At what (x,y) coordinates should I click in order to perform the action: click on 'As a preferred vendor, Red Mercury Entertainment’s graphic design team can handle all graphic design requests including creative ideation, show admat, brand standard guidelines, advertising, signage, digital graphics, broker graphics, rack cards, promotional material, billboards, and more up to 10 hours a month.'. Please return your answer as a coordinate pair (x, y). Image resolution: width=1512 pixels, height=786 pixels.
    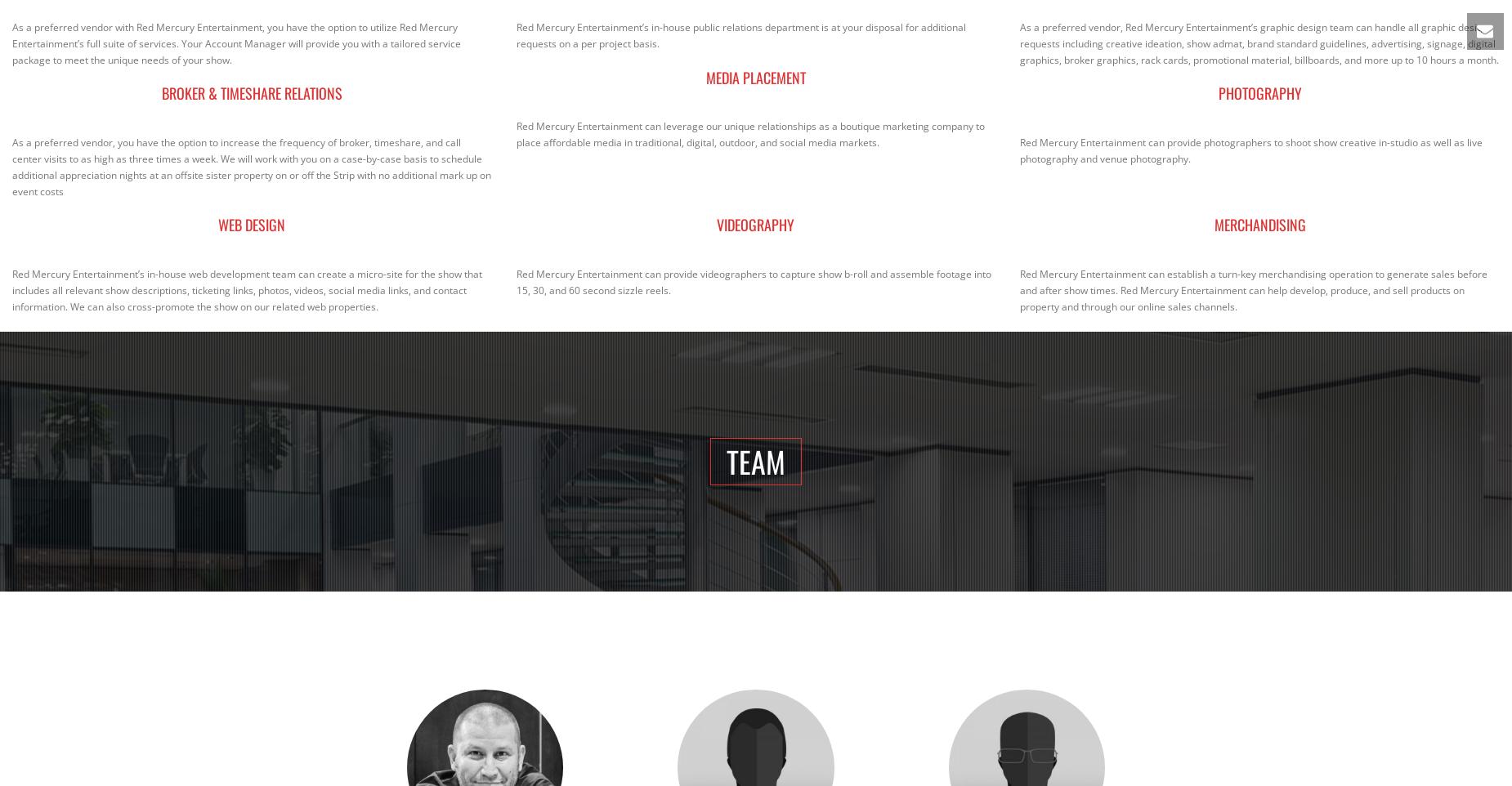
    Looking at the image, I should click on (1259, 42).